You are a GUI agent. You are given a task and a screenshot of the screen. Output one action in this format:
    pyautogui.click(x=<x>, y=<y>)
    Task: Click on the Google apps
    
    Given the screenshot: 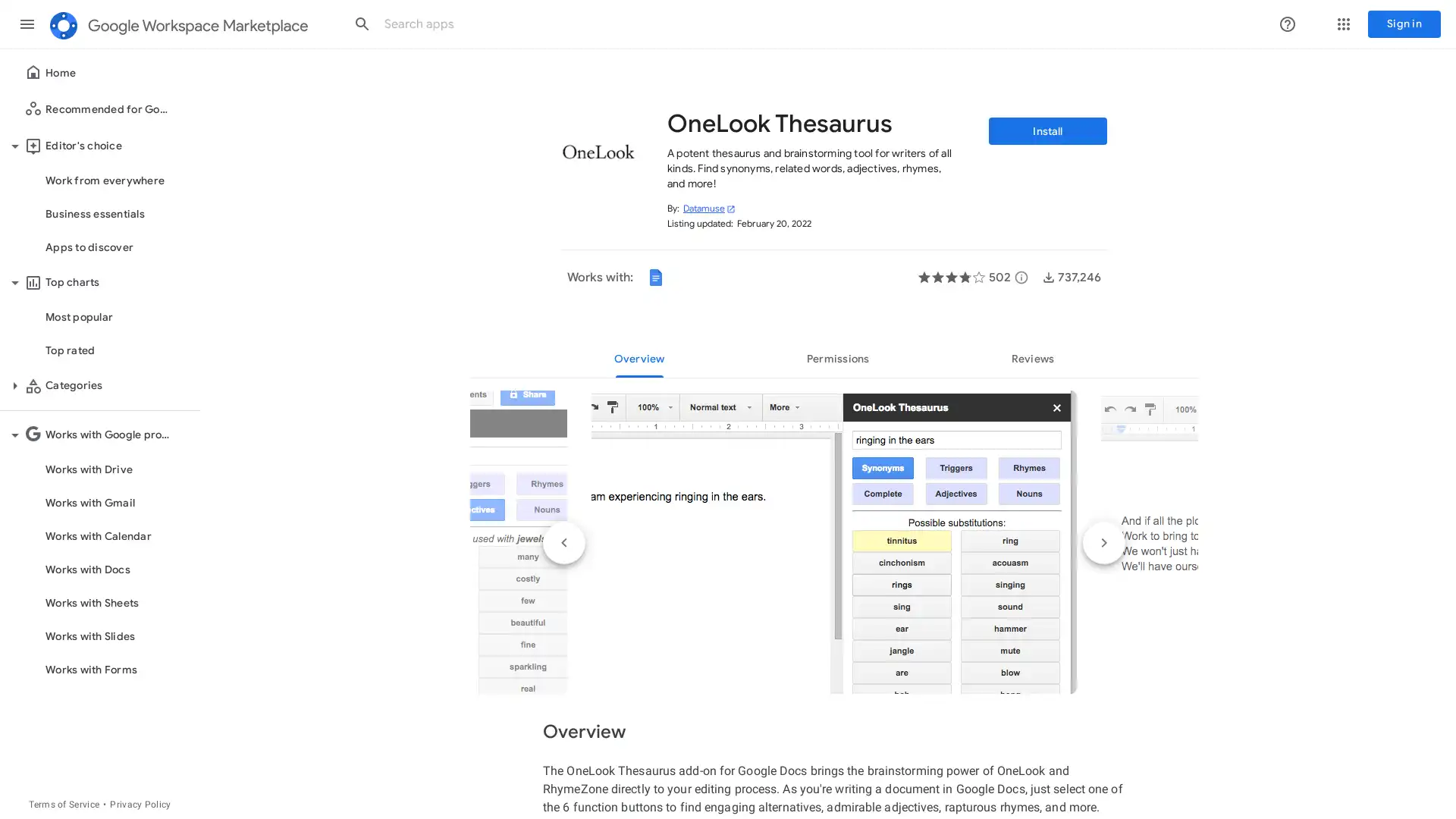 What is the action you would take?
    pyautogui.click(x=1343, y=24)
    